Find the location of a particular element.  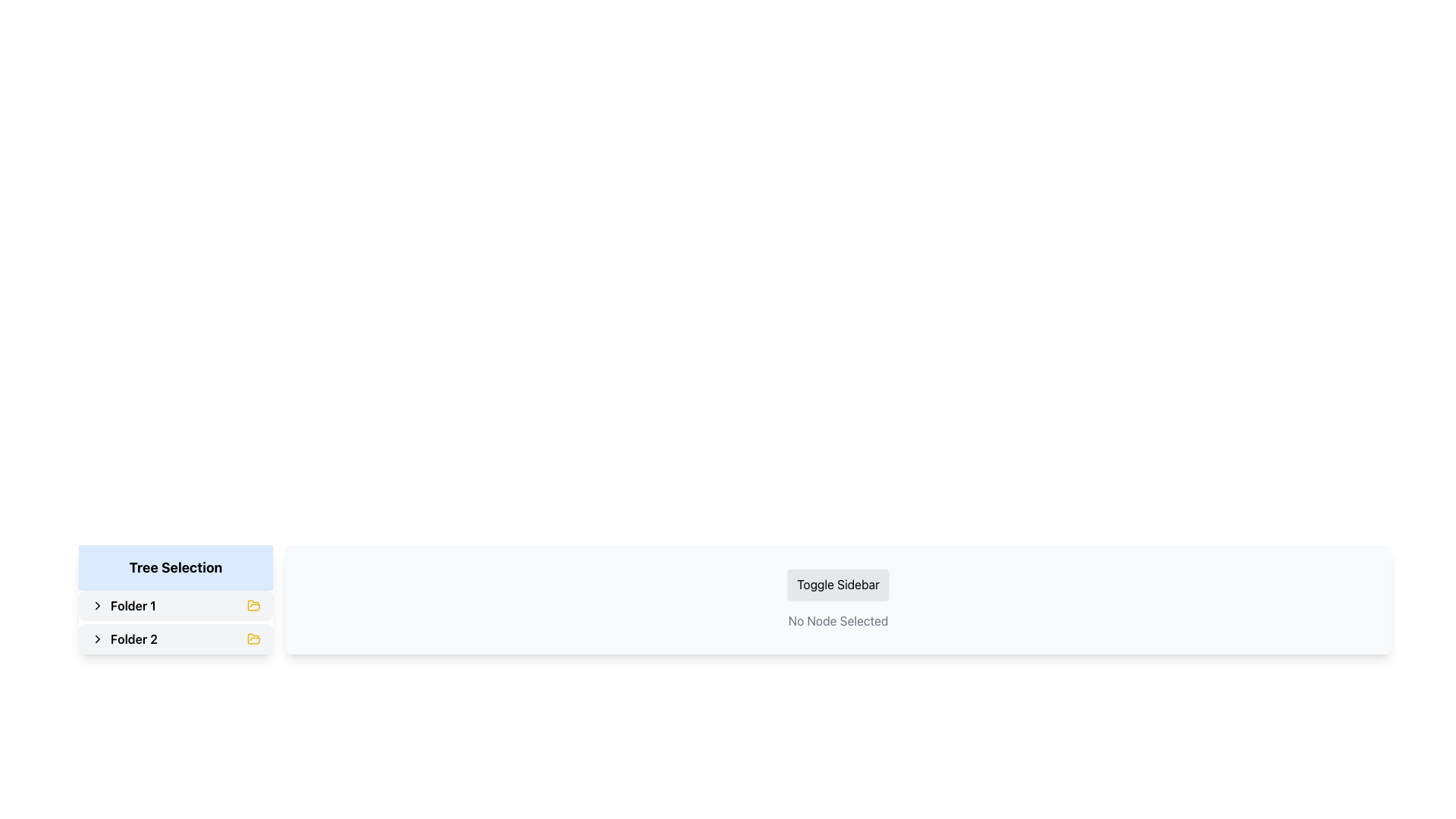

the text label displaying 'Folder 1' is located at coordinates (133, 604).